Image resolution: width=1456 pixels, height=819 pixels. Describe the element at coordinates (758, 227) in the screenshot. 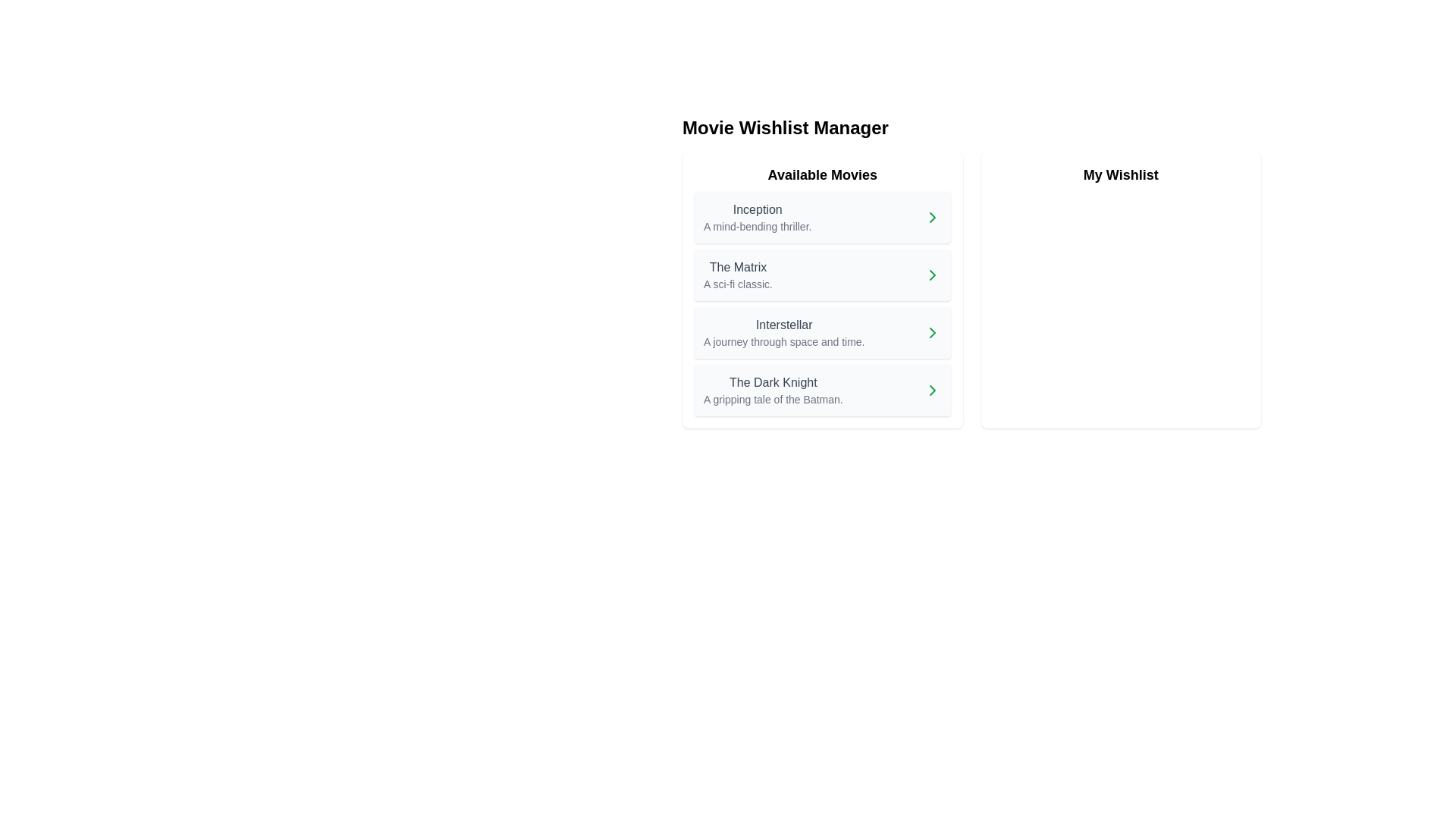

I see `descriptive text label located below the title 'Inception' in the 'Available Movies' section, which provides a summary for the movie` at that location.